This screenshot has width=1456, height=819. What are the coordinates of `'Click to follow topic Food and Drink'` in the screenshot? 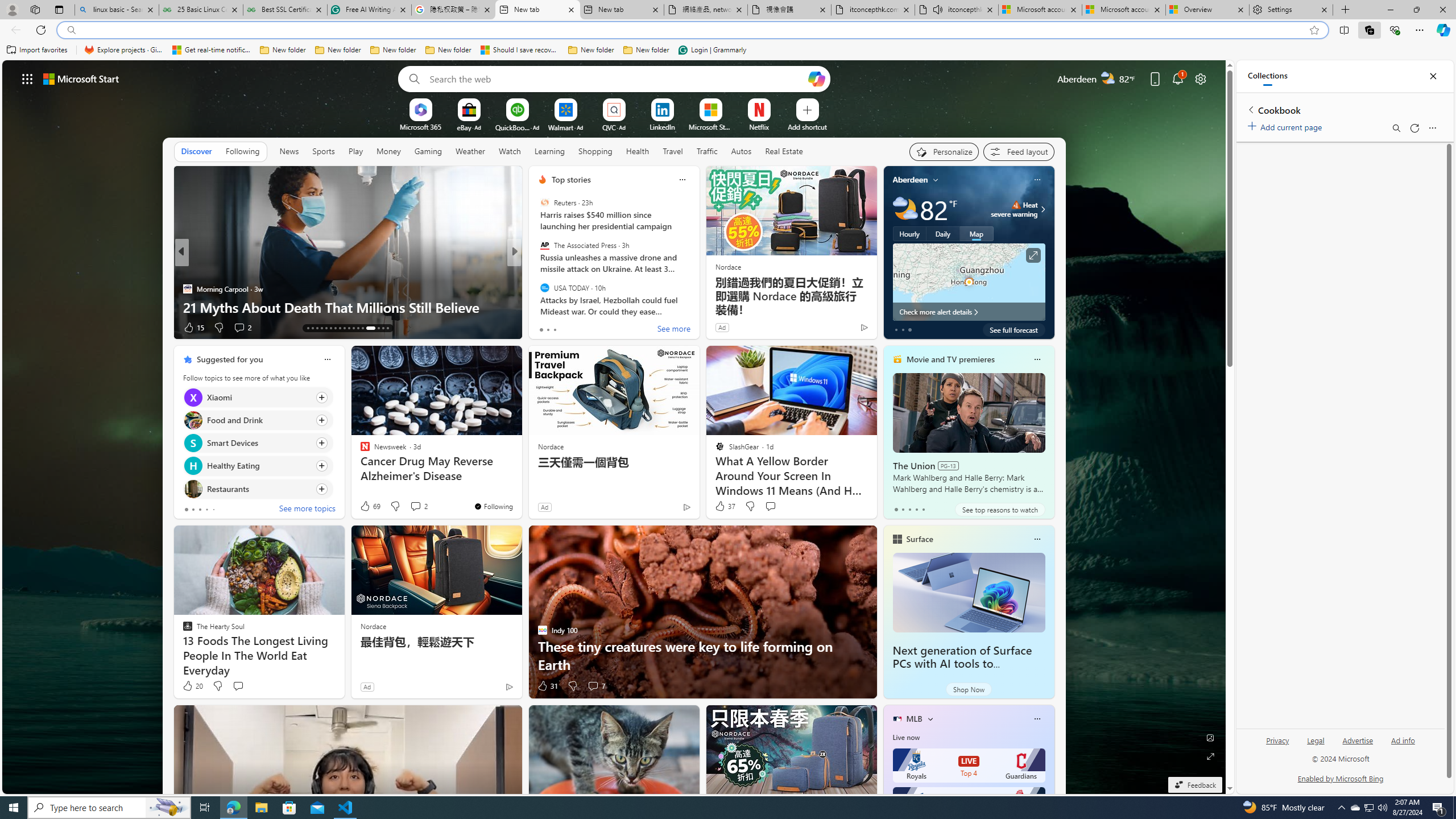 It's located at (257, 420).